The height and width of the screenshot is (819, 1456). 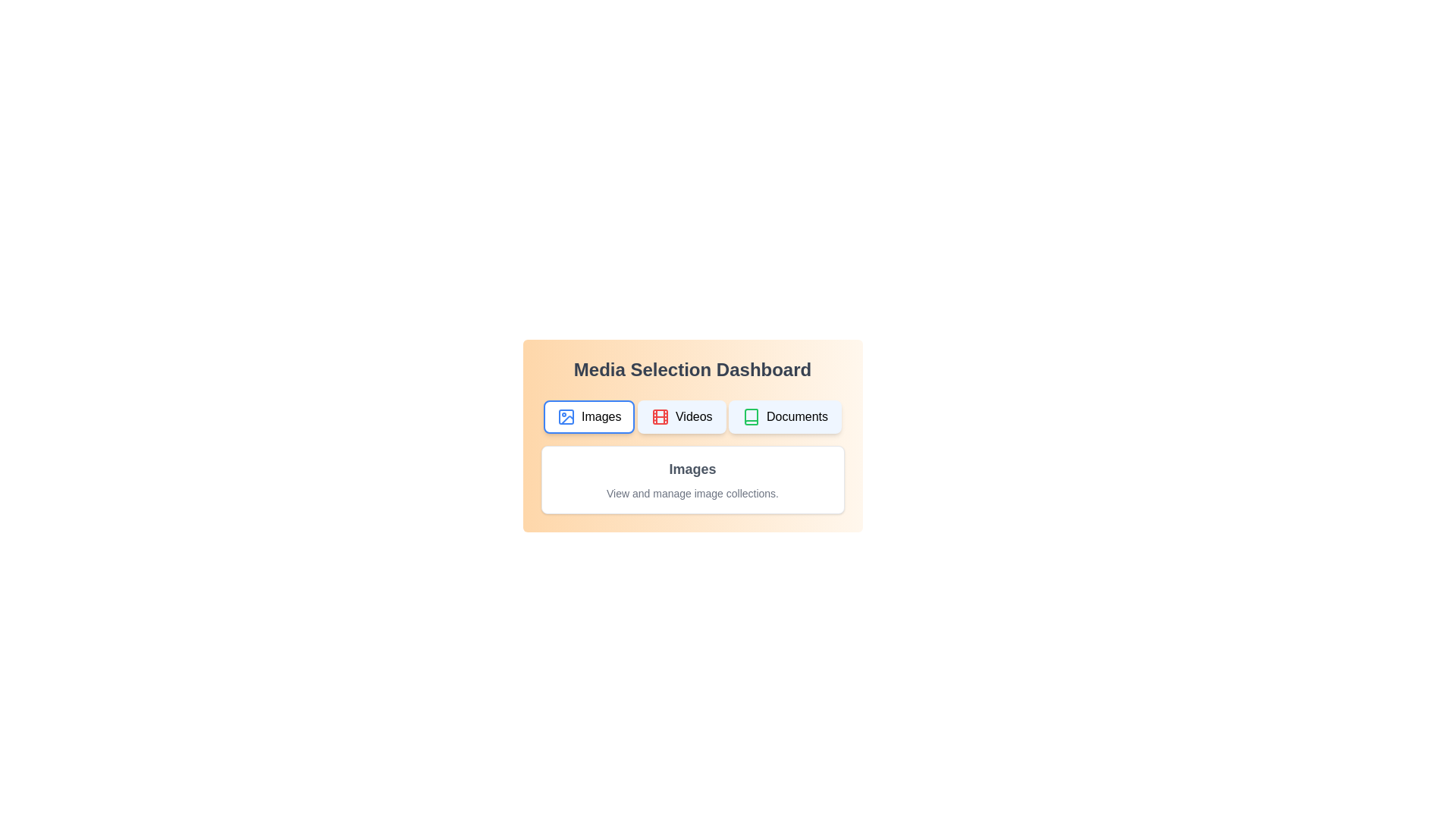 What do you see at coordinates (785, 417) in the screenshot?
I see `the 'Documents' button, which has a light blue background and a green book icon, located in the bottom-right corner of the 'Media Selection Dashboard' interface` at bounding box center [785, 417].